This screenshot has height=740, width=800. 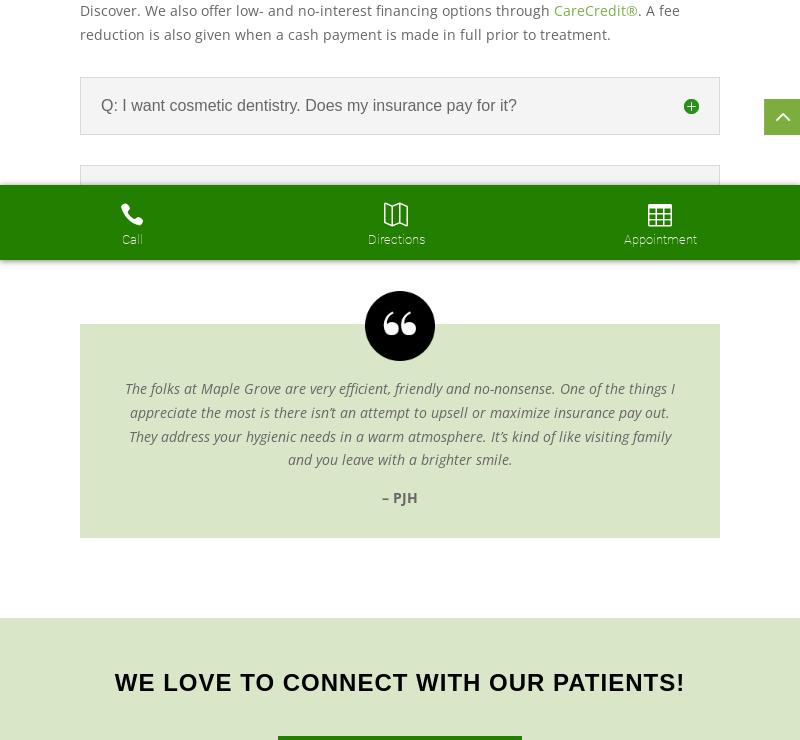 What do you see at coordinates (100, 104) in the screenshot?
I see `'Q: I want cosmetic dentistry. Does my insurance pay for it?'` at bounding box center [100, 104].